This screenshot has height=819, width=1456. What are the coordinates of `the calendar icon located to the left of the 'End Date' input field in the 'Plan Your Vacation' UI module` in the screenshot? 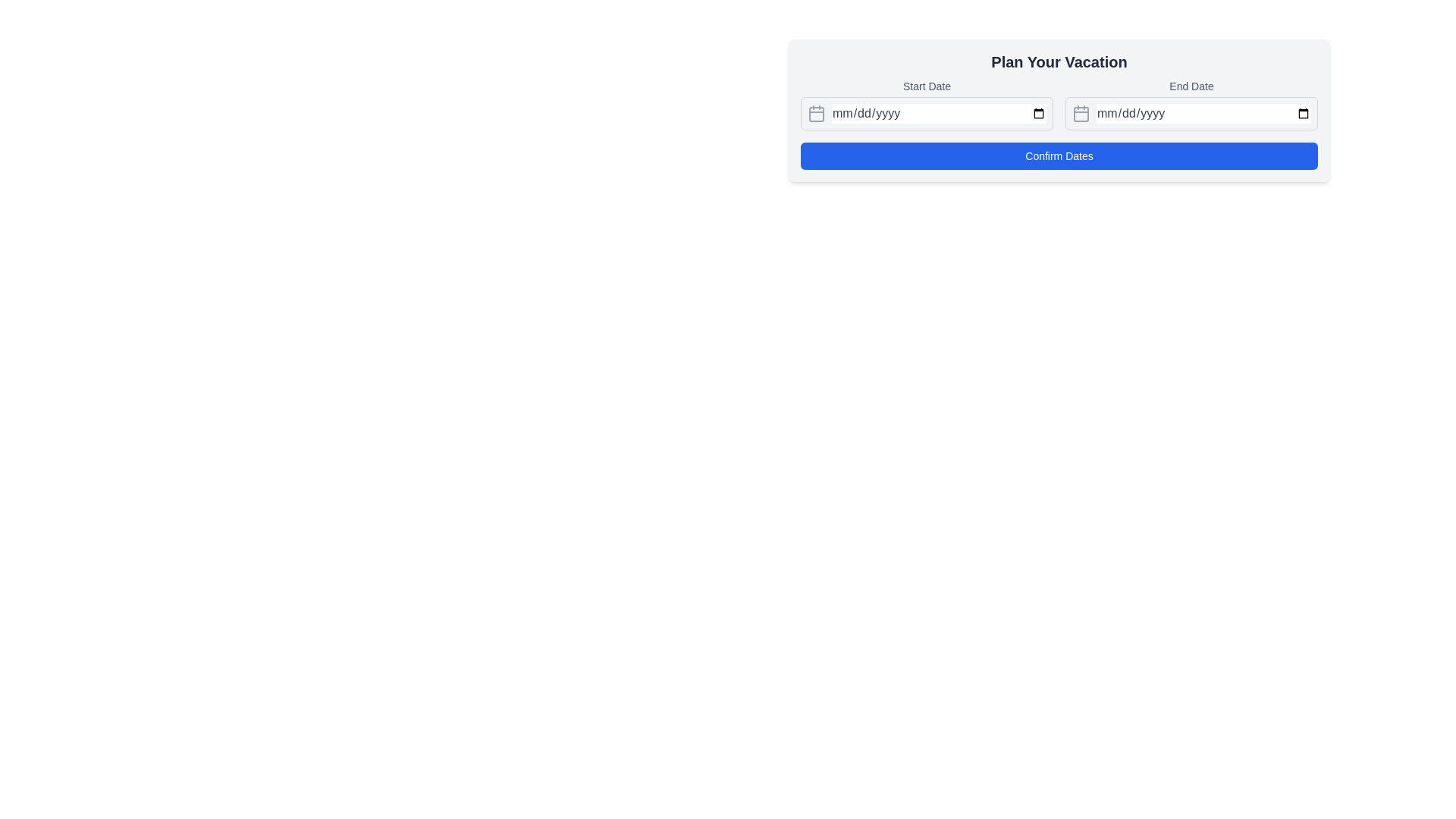 It's located at (1080, 113).